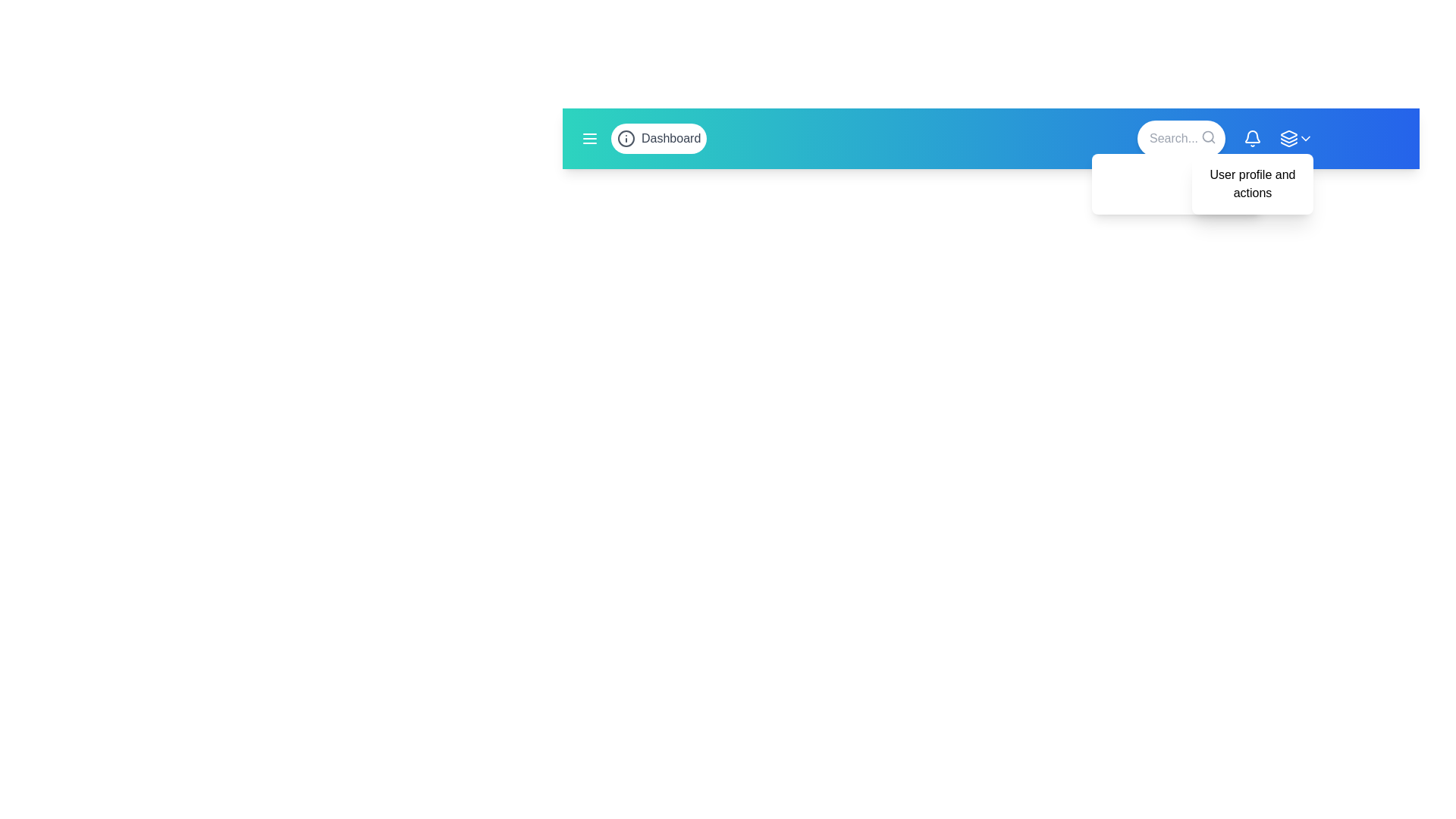  I want to click on the circular frame of the search magnifying glass icon, which is located to the right of the search bar in the top navigation bar, so click(1207, 136).